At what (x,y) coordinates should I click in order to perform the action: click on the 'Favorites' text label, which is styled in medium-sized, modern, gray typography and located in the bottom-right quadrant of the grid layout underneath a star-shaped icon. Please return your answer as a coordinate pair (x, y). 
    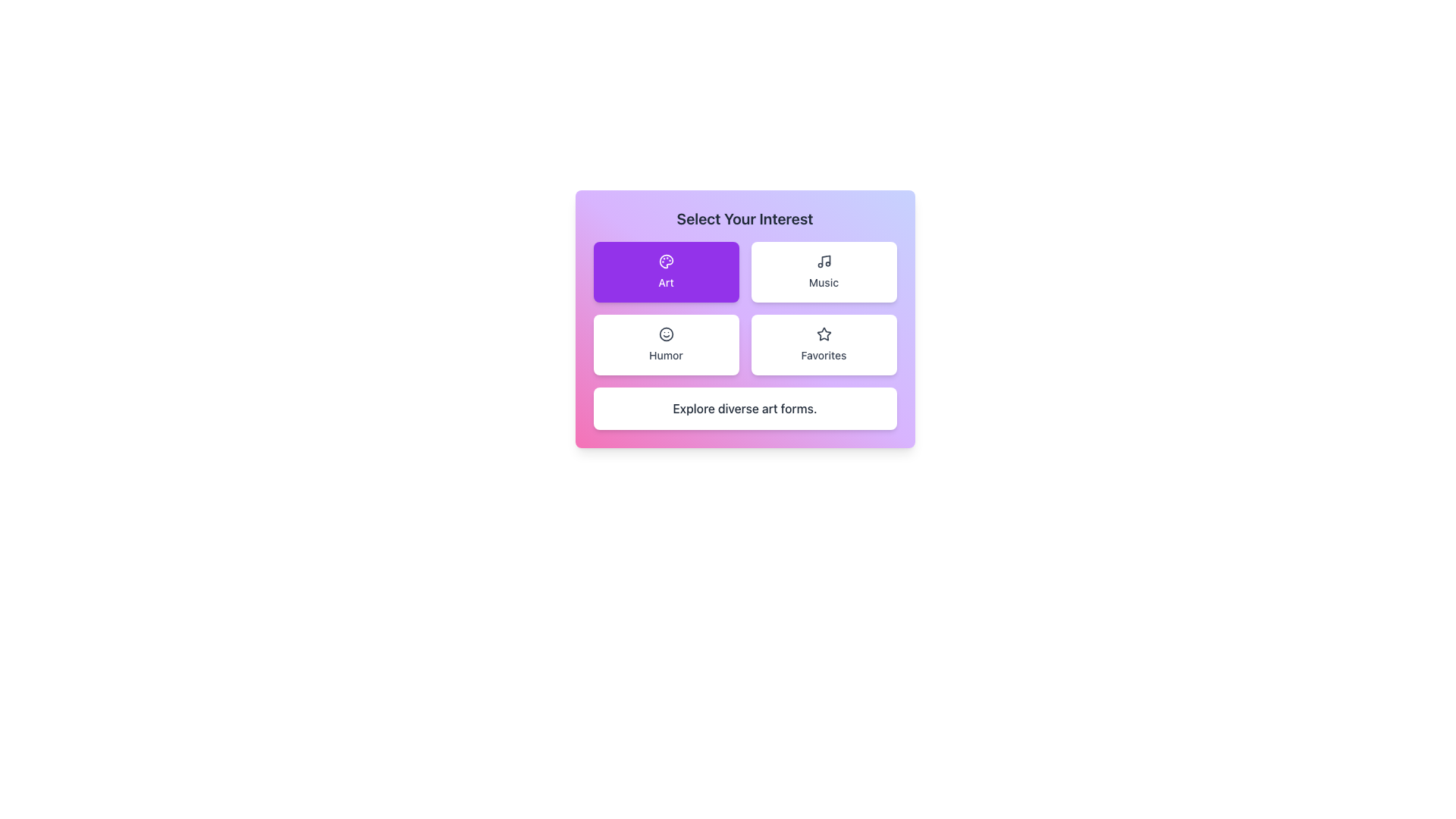
    Looking at the image, I should click on (823, 356).